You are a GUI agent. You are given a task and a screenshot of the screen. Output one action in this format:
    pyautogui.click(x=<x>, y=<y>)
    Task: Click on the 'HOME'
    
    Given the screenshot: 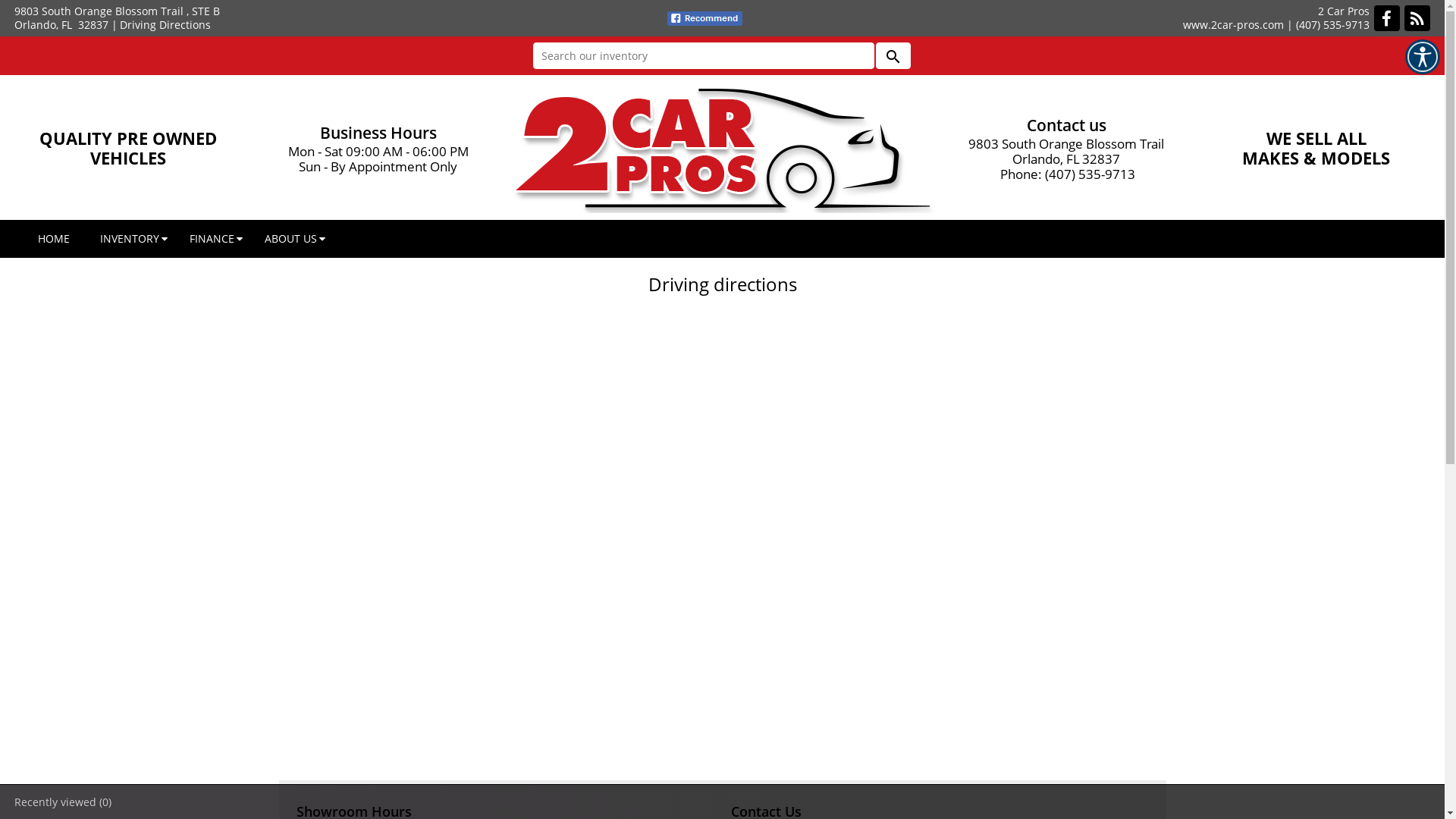 What is the action you would take?
    pyautogui.click(x=22, y=239)
    